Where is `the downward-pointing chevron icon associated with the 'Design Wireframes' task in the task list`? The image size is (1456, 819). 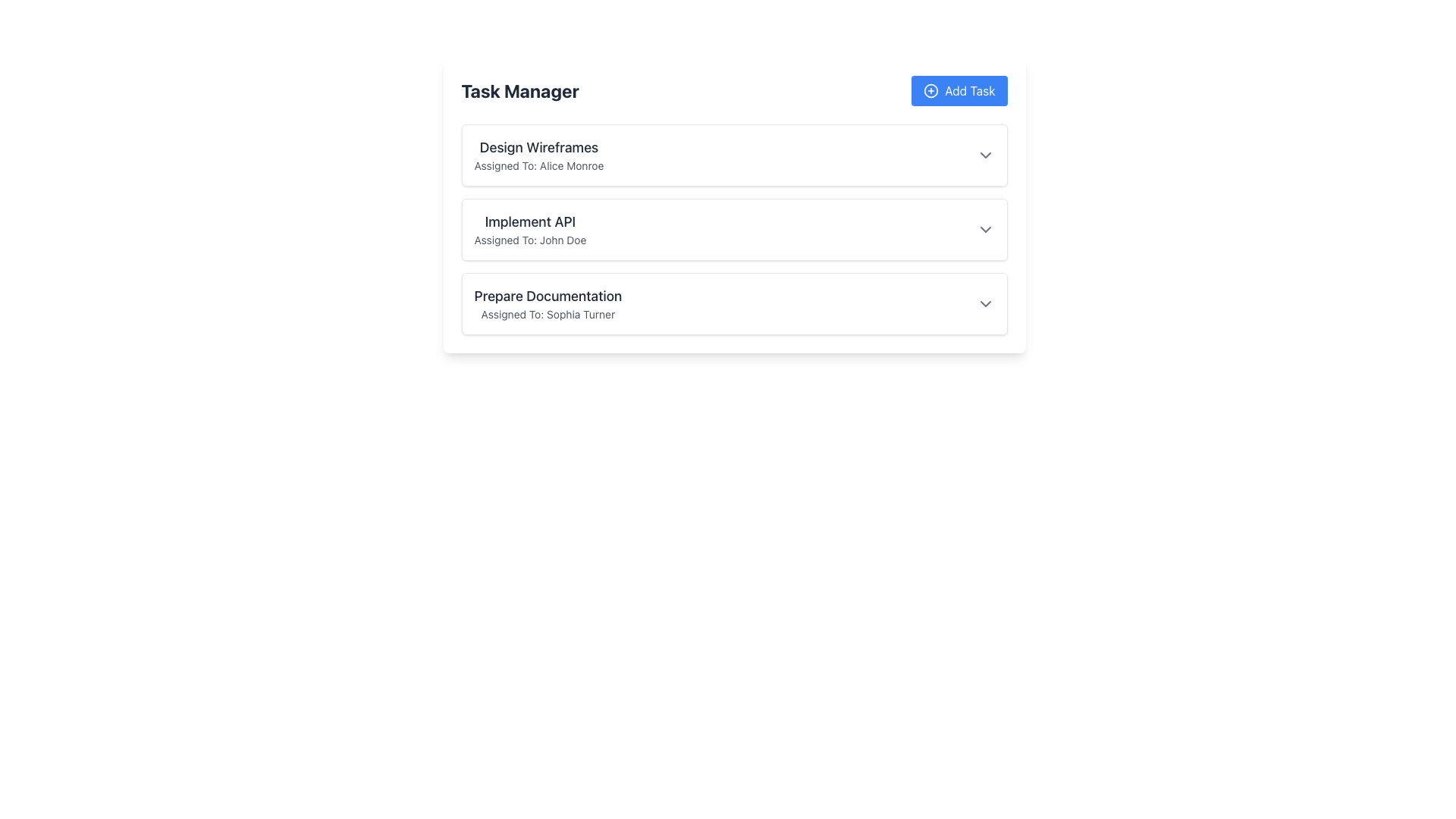
the downward-pointing chevron icon associated with the 'Design Wireframes' task in the task list is located at coordinates (985, 155).